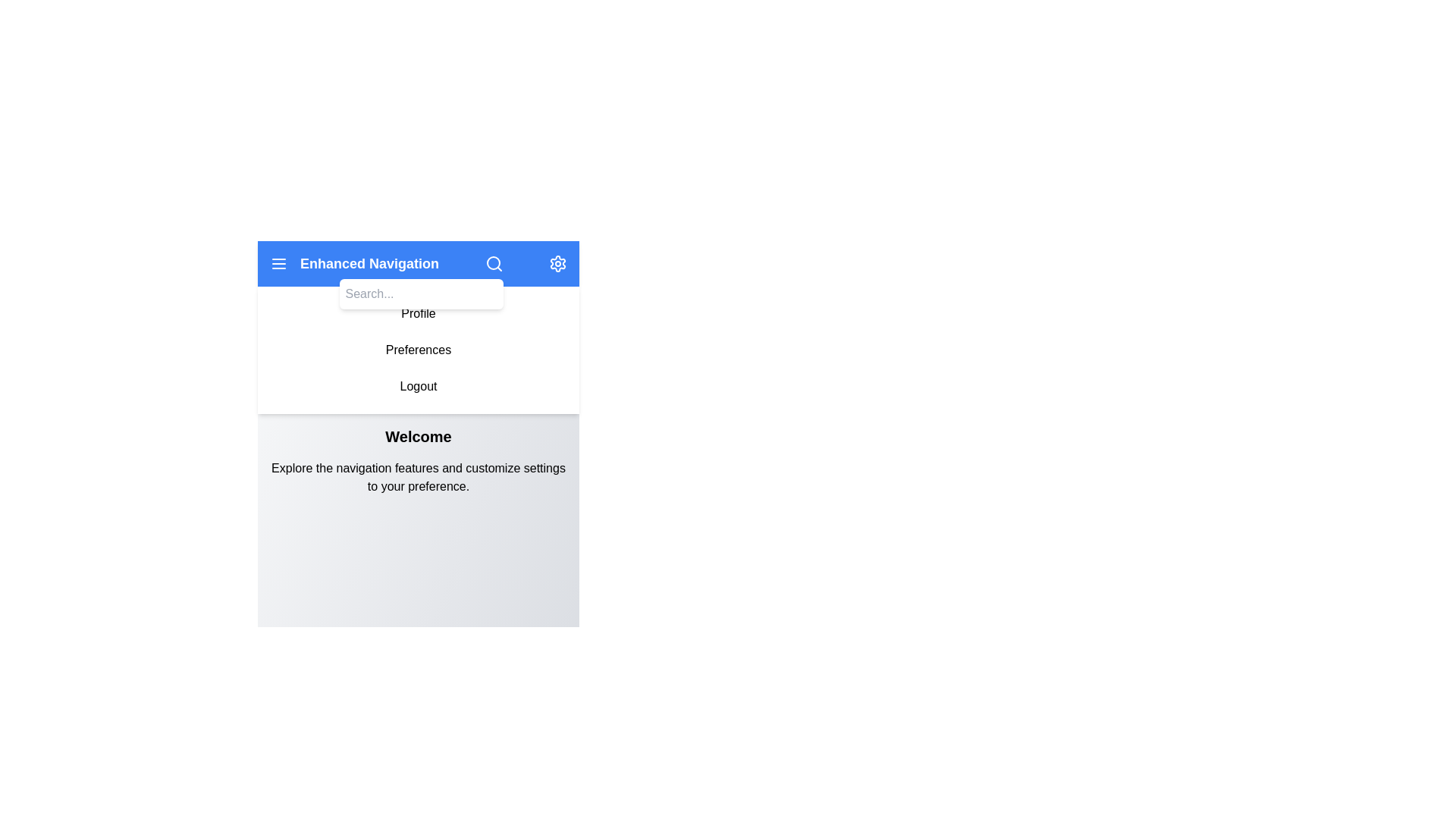 Image resolution: width=1456 pixels, height=819 pixels. Describe the element at coordinates (557, 262) in the screenshot. I see `the settings icon to toggle the settings menu` at that location.